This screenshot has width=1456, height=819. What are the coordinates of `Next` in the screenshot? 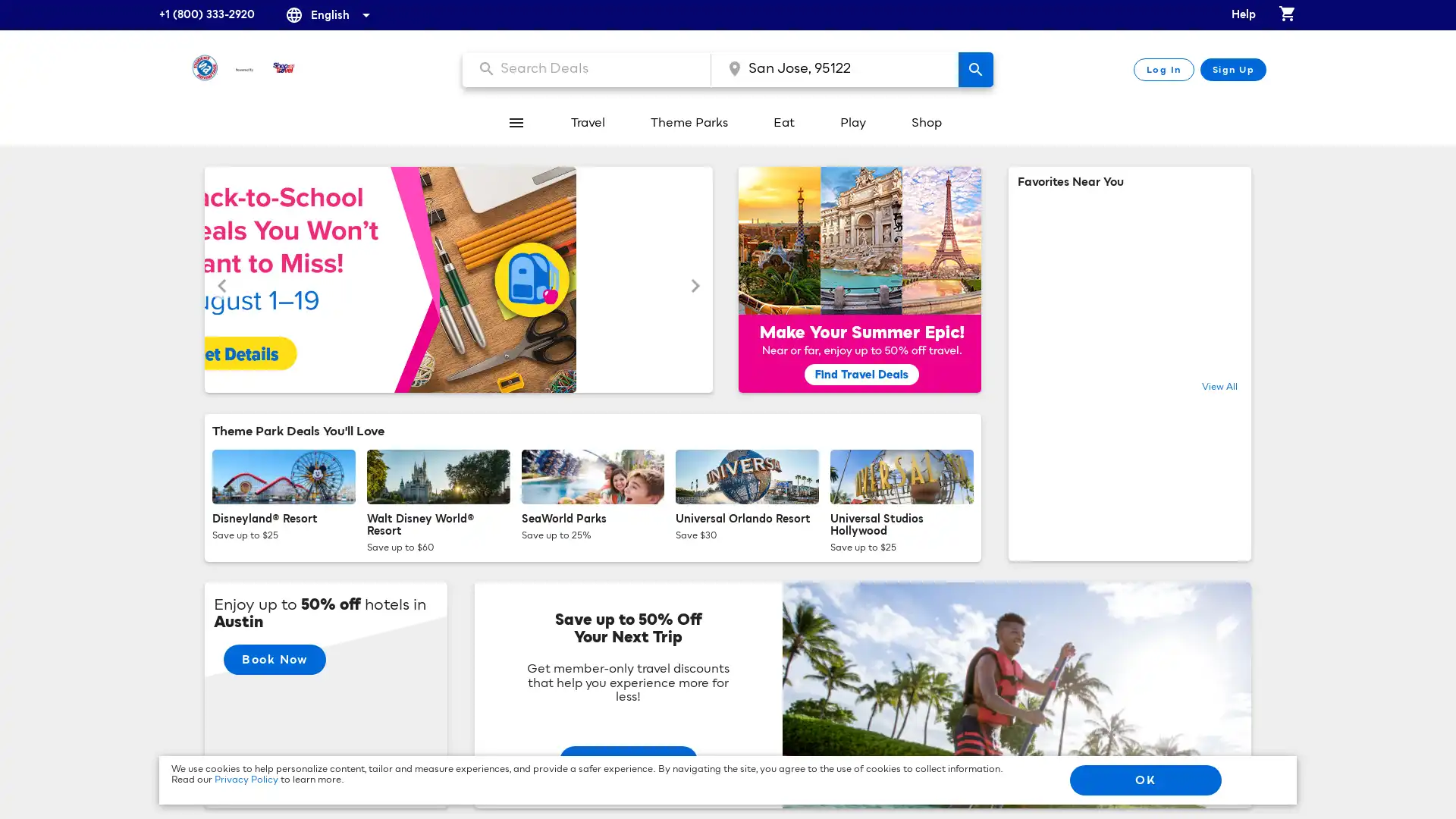 It's located at (688, 280).